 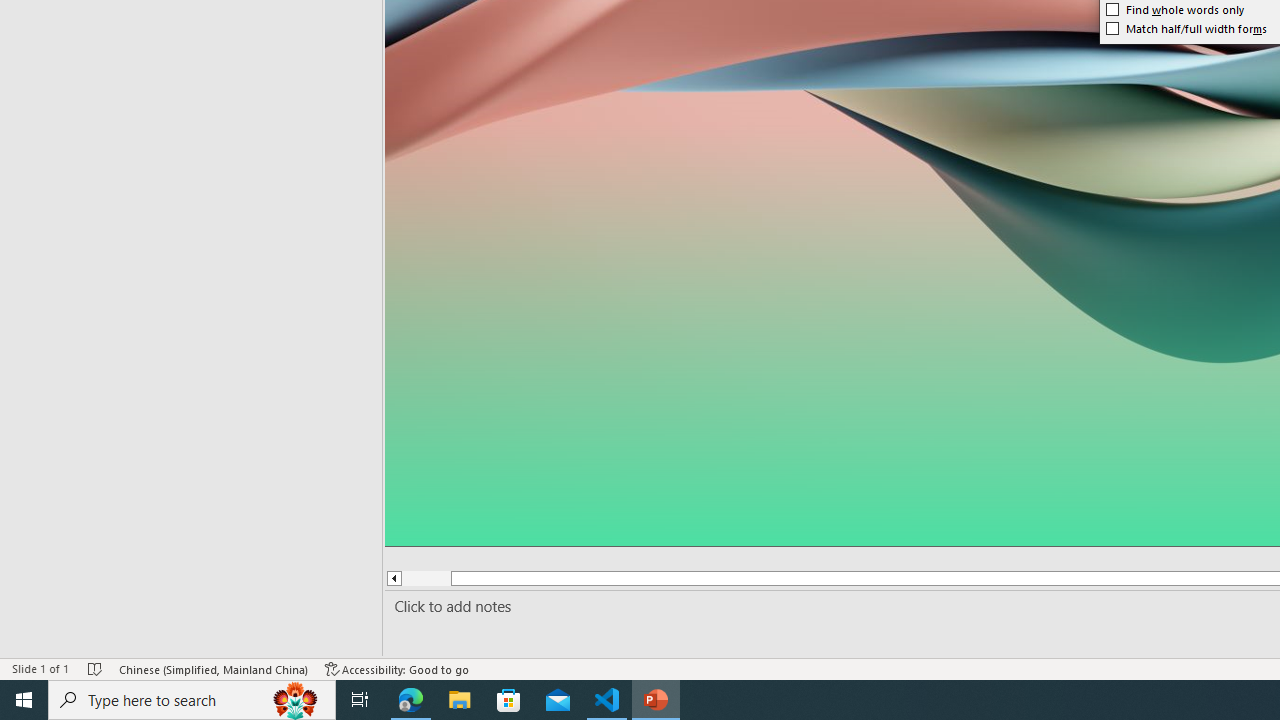 What do you see at coordinates (459, 698) in the screenshot?
I see `'File Explorer'` at bounding box center [459, 698].